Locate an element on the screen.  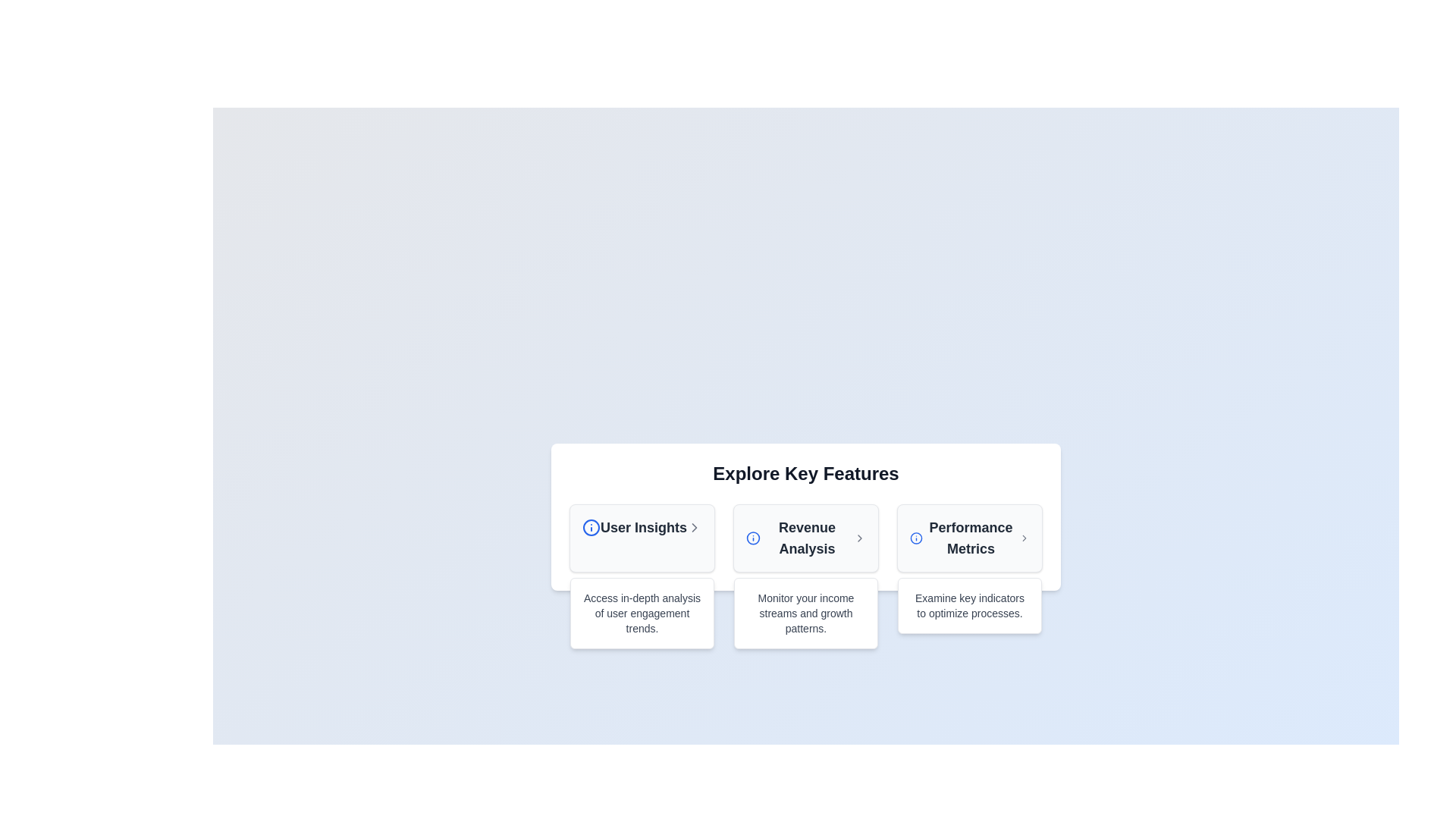
the static text label in the 'Performance Metrics' section, which provides additional context about the feature is located at coordinates (968, 604).